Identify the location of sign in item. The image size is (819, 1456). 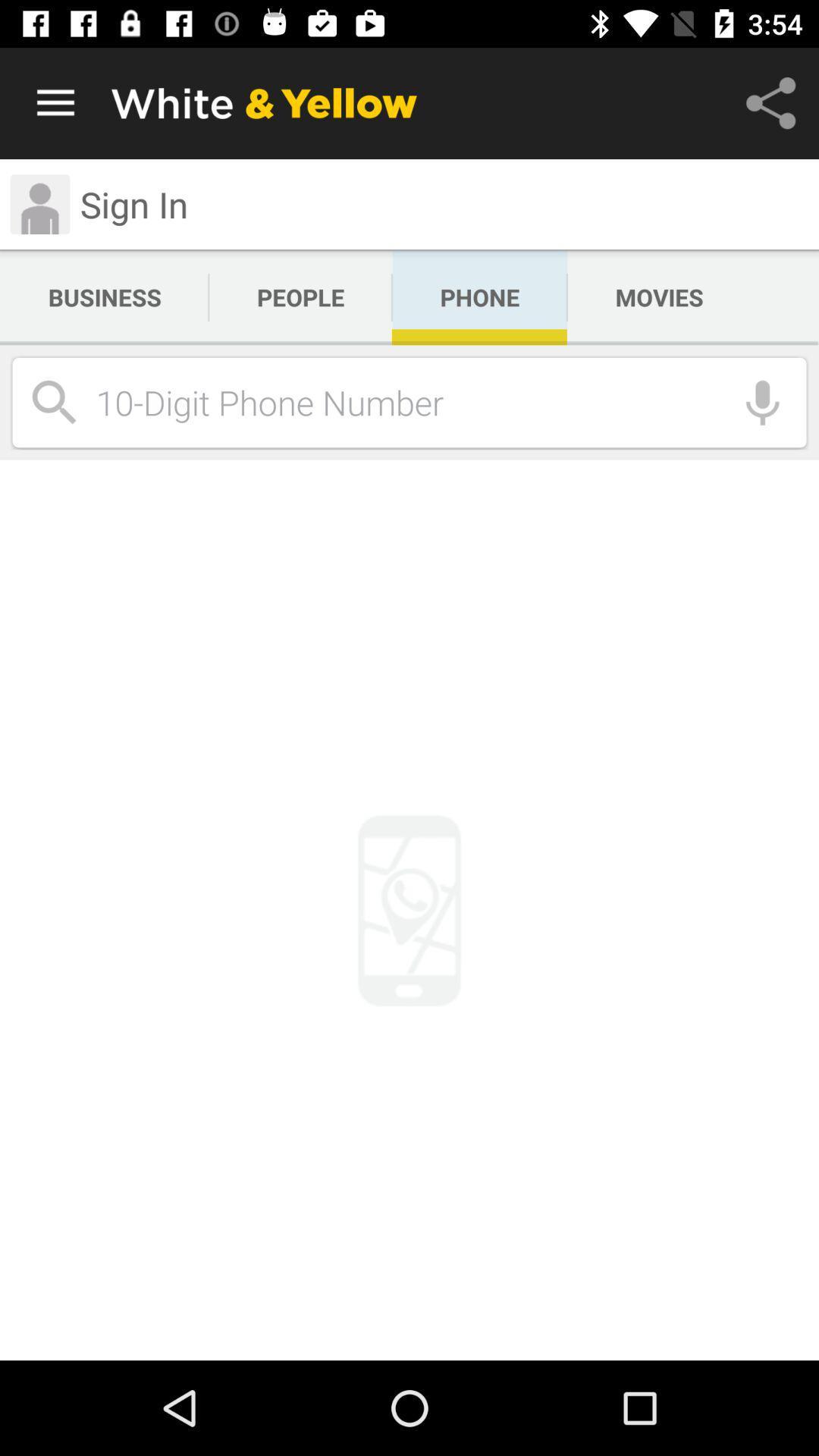
(133, 203).